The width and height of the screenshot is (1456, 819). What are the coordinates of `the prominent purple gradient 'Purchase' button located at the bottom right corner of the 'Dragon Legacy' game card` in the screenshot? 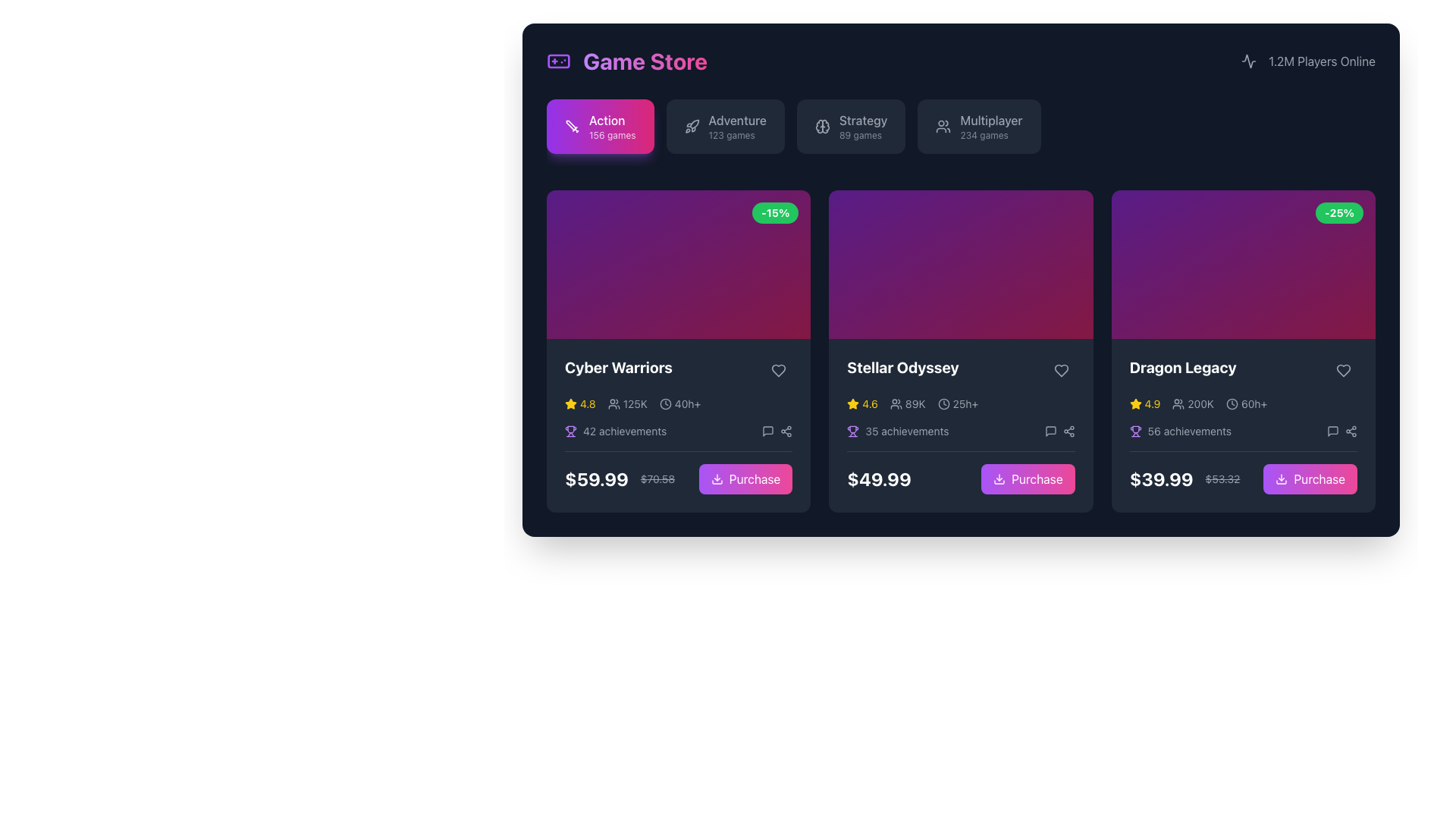 It's located at (1243, 472).